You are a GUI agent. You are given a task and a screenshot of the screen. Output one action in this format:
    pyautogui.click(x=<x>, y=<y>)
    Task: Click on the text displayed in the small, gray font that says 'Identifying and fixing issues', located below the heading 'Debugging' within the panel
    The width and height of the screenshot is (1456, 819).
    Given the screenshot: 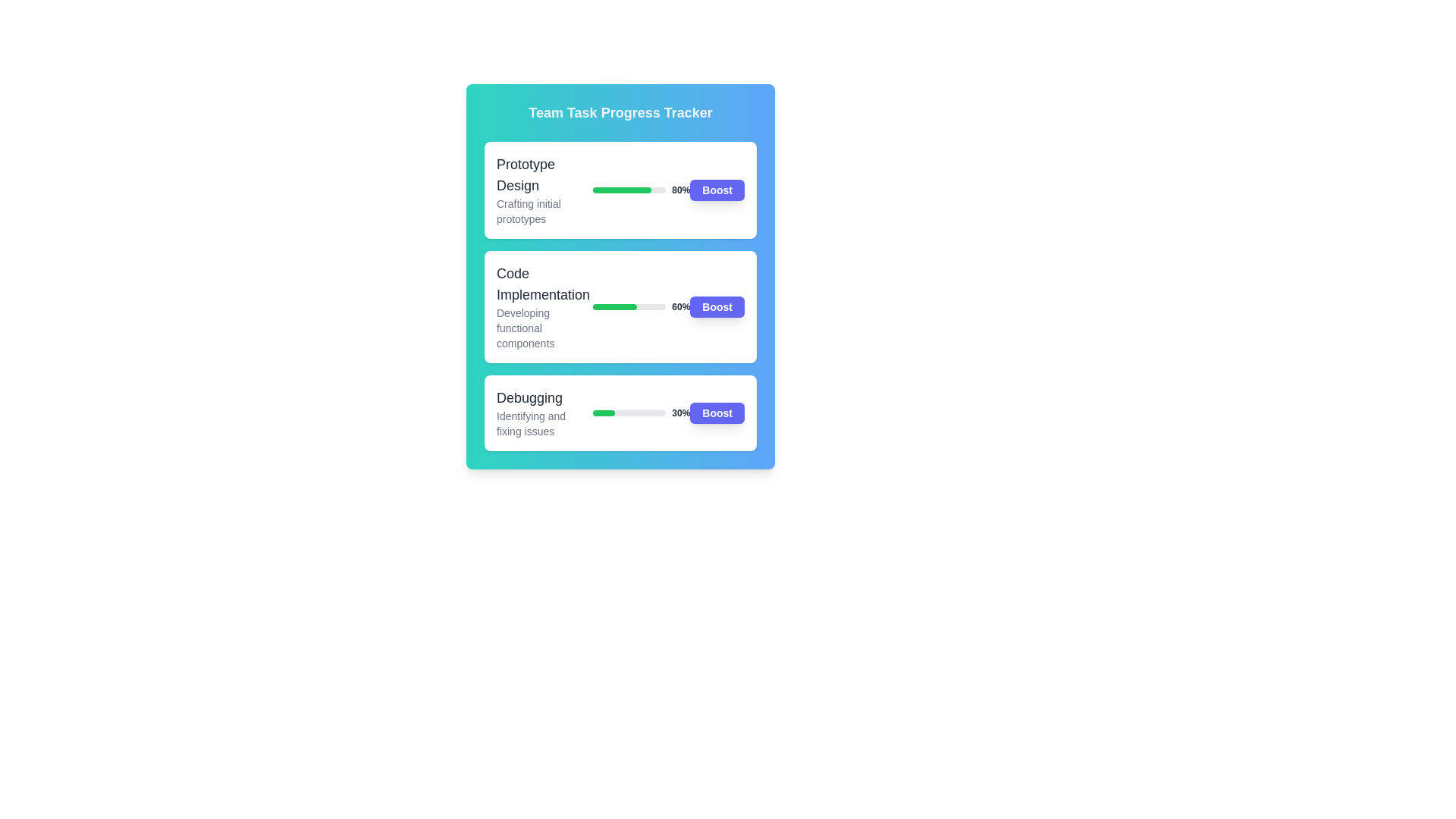 What is the action you would take?
    pyautogui.click(x=544, y=424)
    